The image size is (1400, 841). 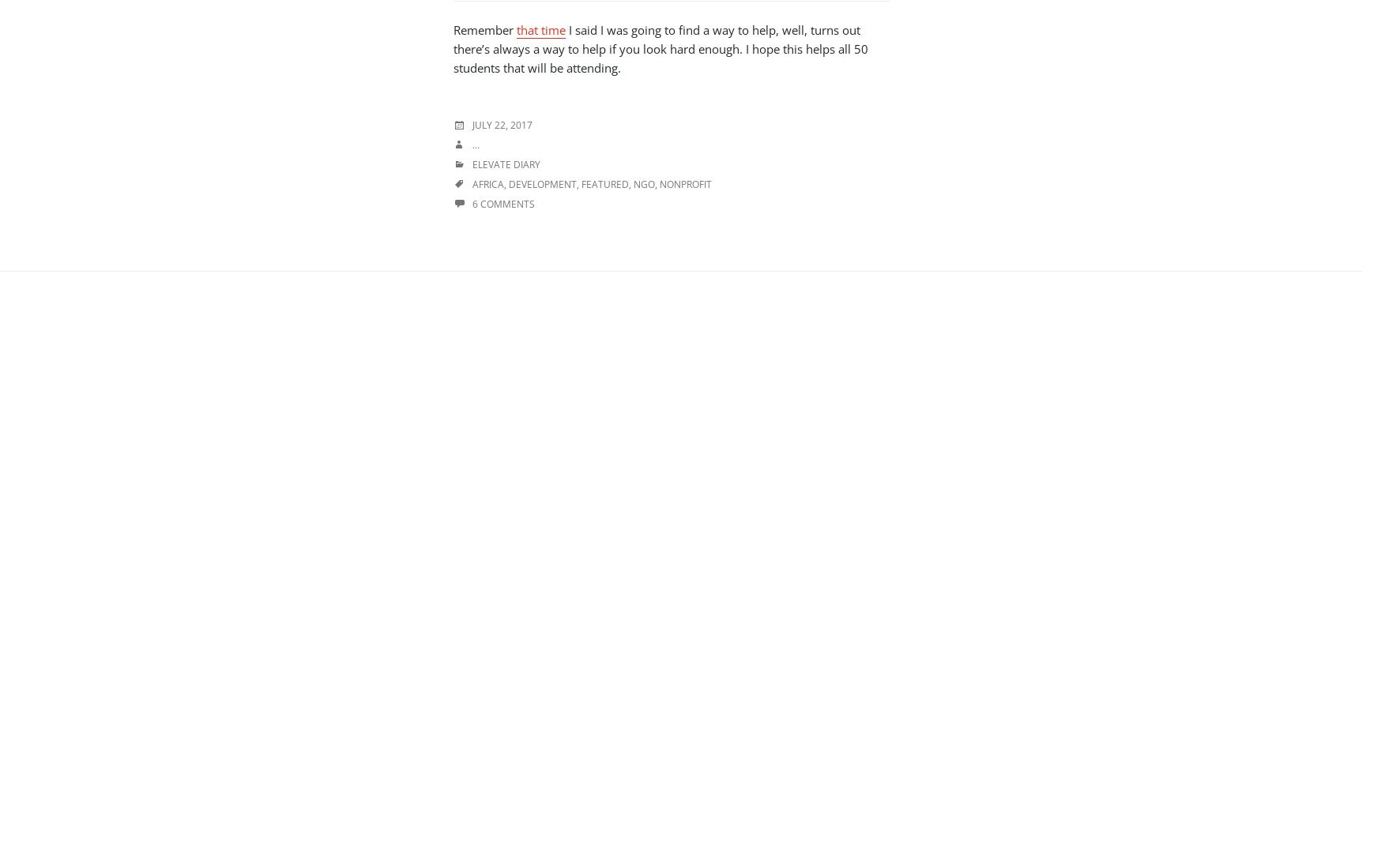 What do you see at coordinates (580, 183) in the screenshot?
I see `'Featured'` at bounding box center [580, 183].